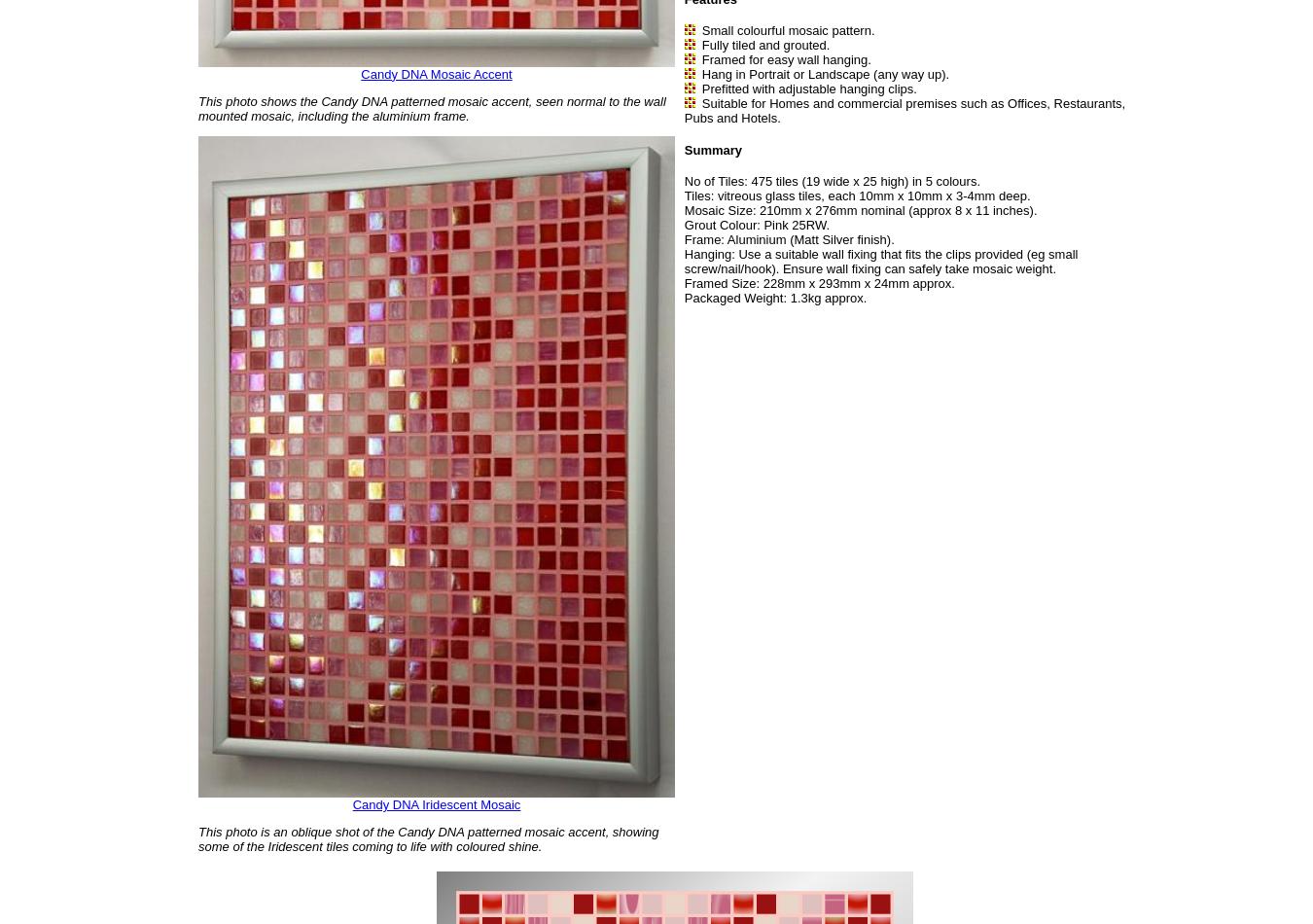 This screenshot has height=924, width=1313. Describe the element at coordinates (904, 111) in the screenshot. I see `'Suitable for Homes and commercial premises such as Offices, Restaurants, Pubs and Hotels.'` at that location.